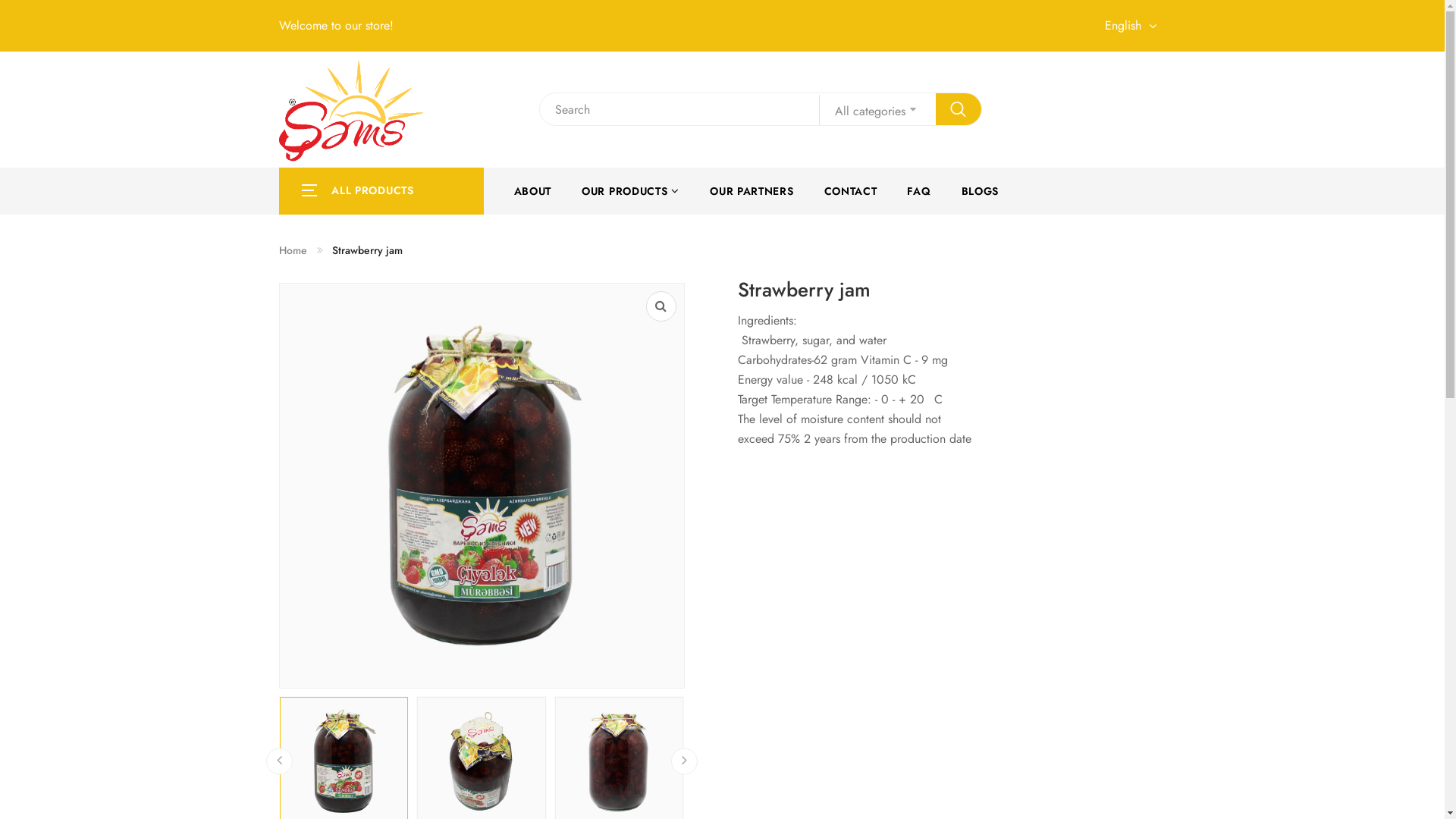  I want to click on 'English', so click(1134, 25).